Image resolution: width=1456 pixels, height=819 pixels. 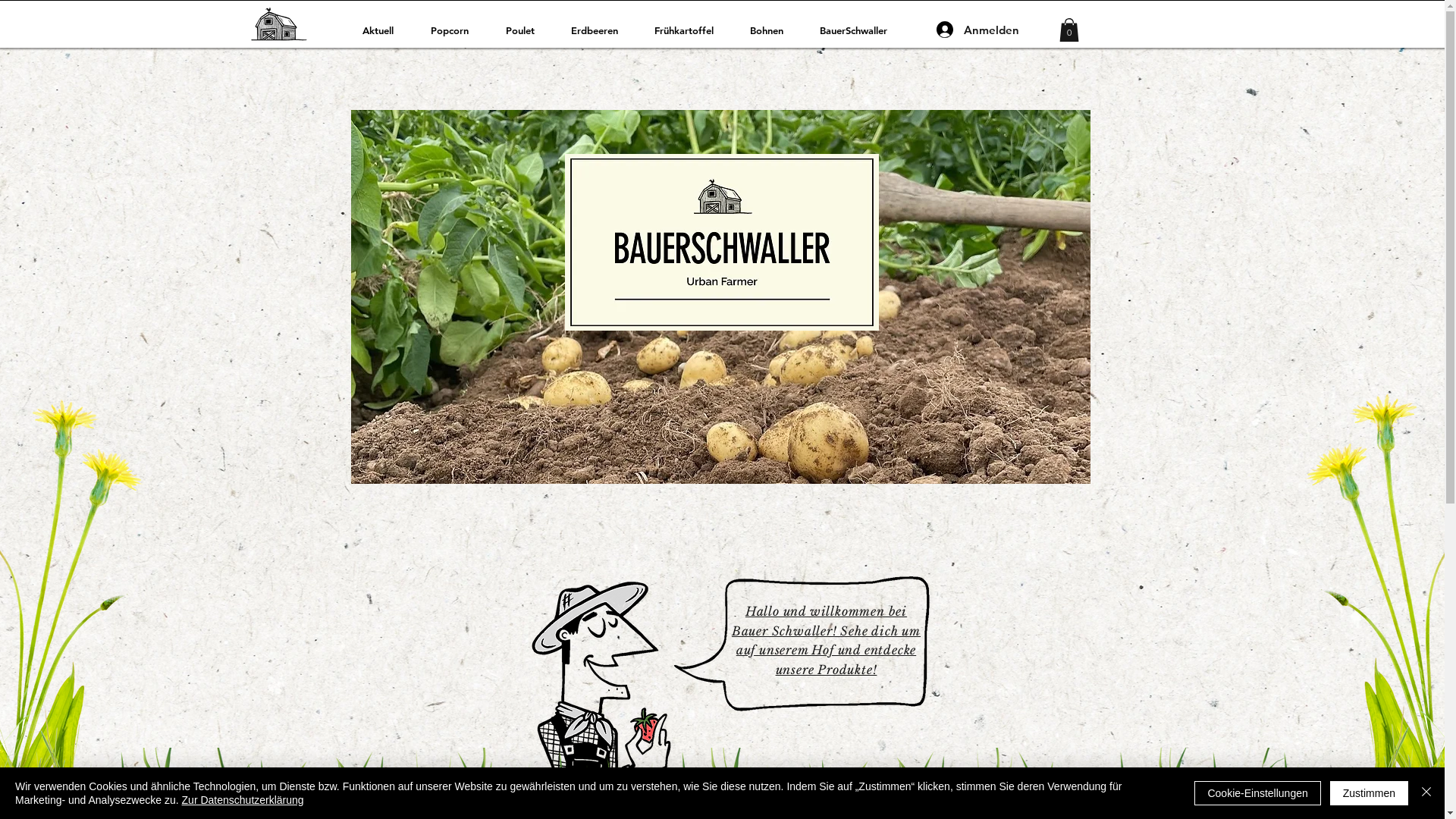 What do you see at coordinates (1257, 792) in the screenshot?
I see `'Cookie-Einstellungen'` at bounding box center [1257, 792].